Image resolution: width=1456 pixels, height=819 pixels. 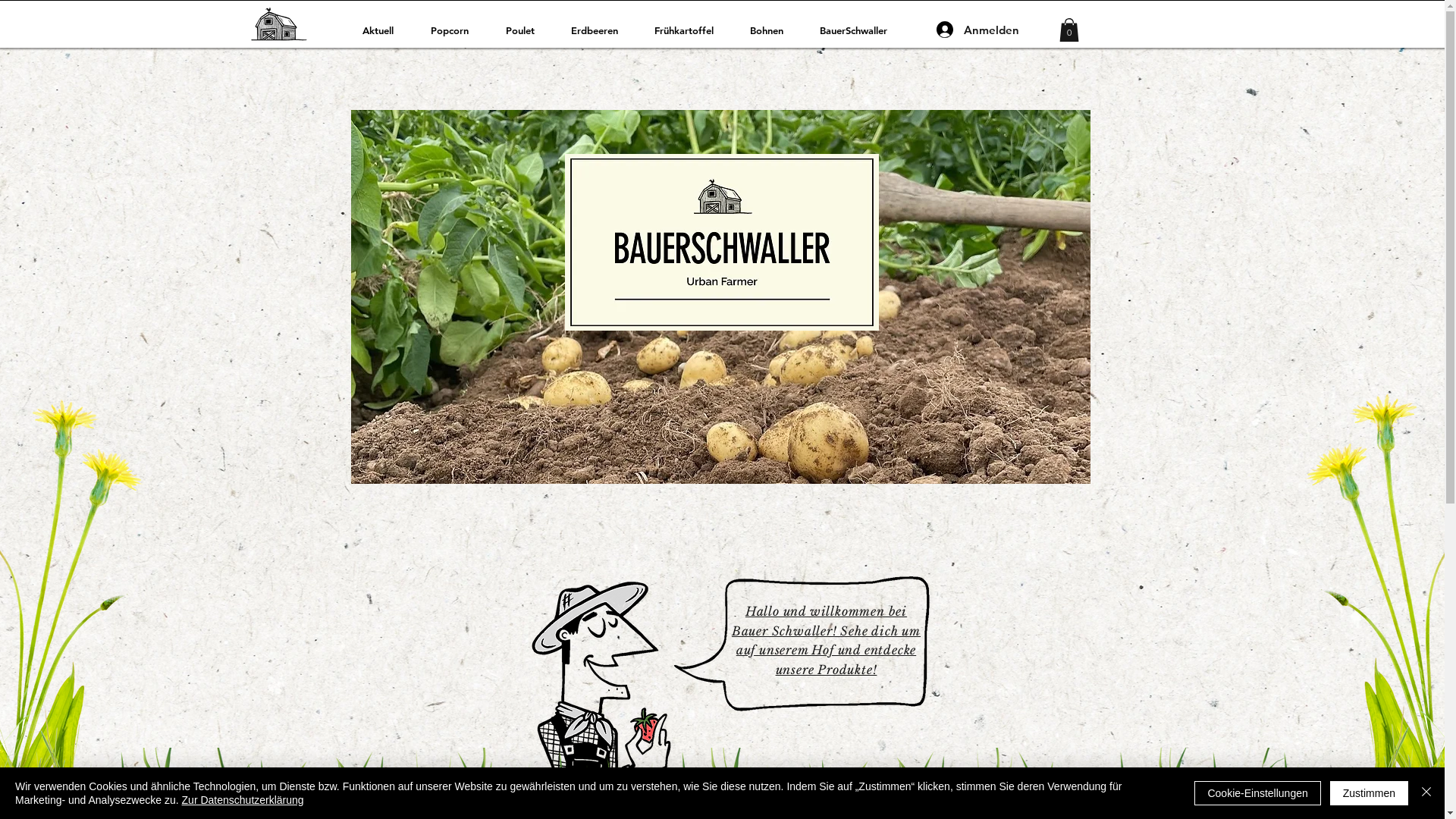 What do you see at coordinates (1257, 792) in the screenshot?
I see `'Cookie-Einstellungen'` at bounding box center [1257, 792].